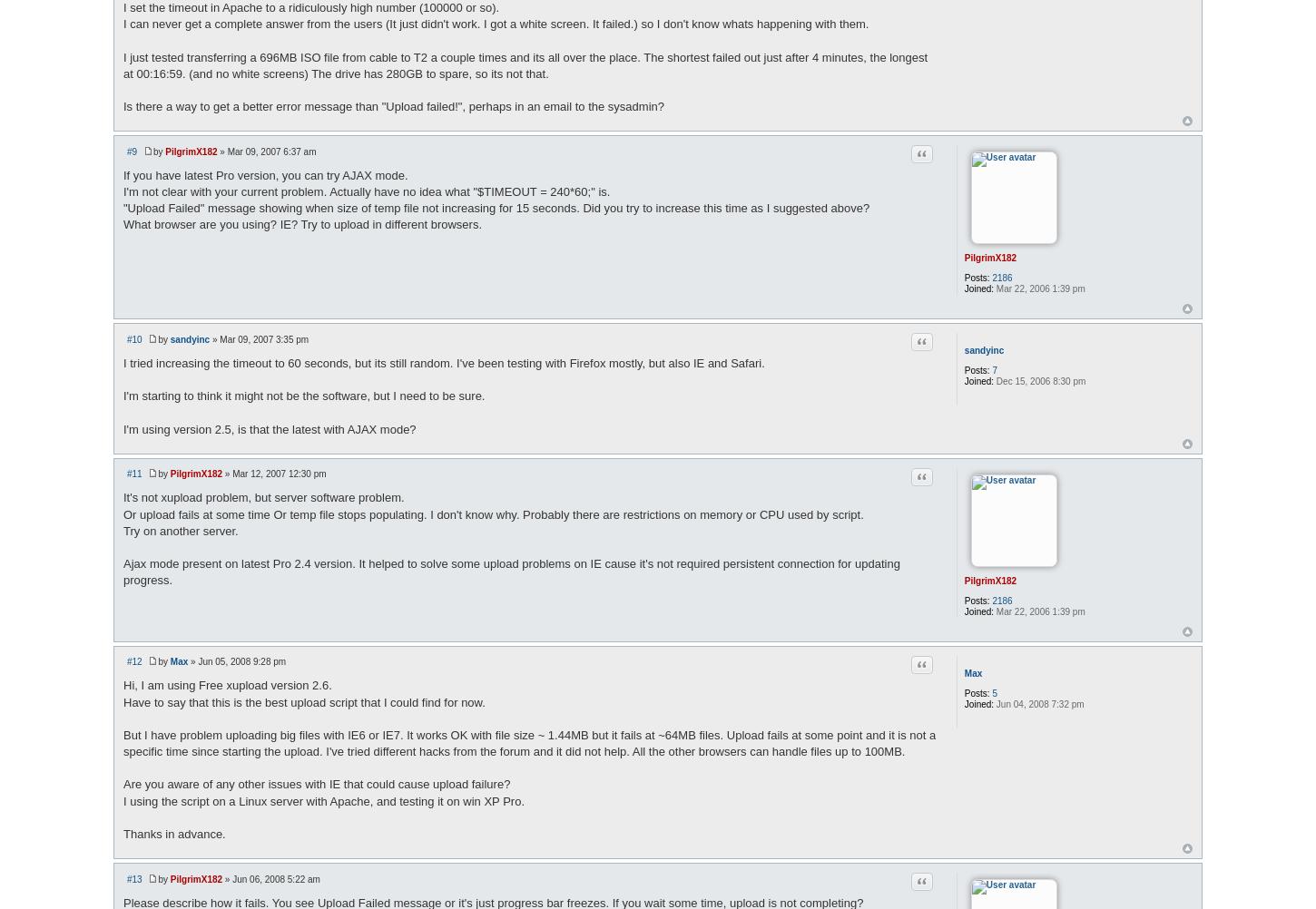 The width and height of the screenshot is (1316, 909). Describe the element at coordinates (511, 571) in the screenshot. I see `'Ajax mode present on latest Pro 2.4 version. It helped to solve some upload problems on IE cause it's not required persistent connection for updating progress.'` at that location.